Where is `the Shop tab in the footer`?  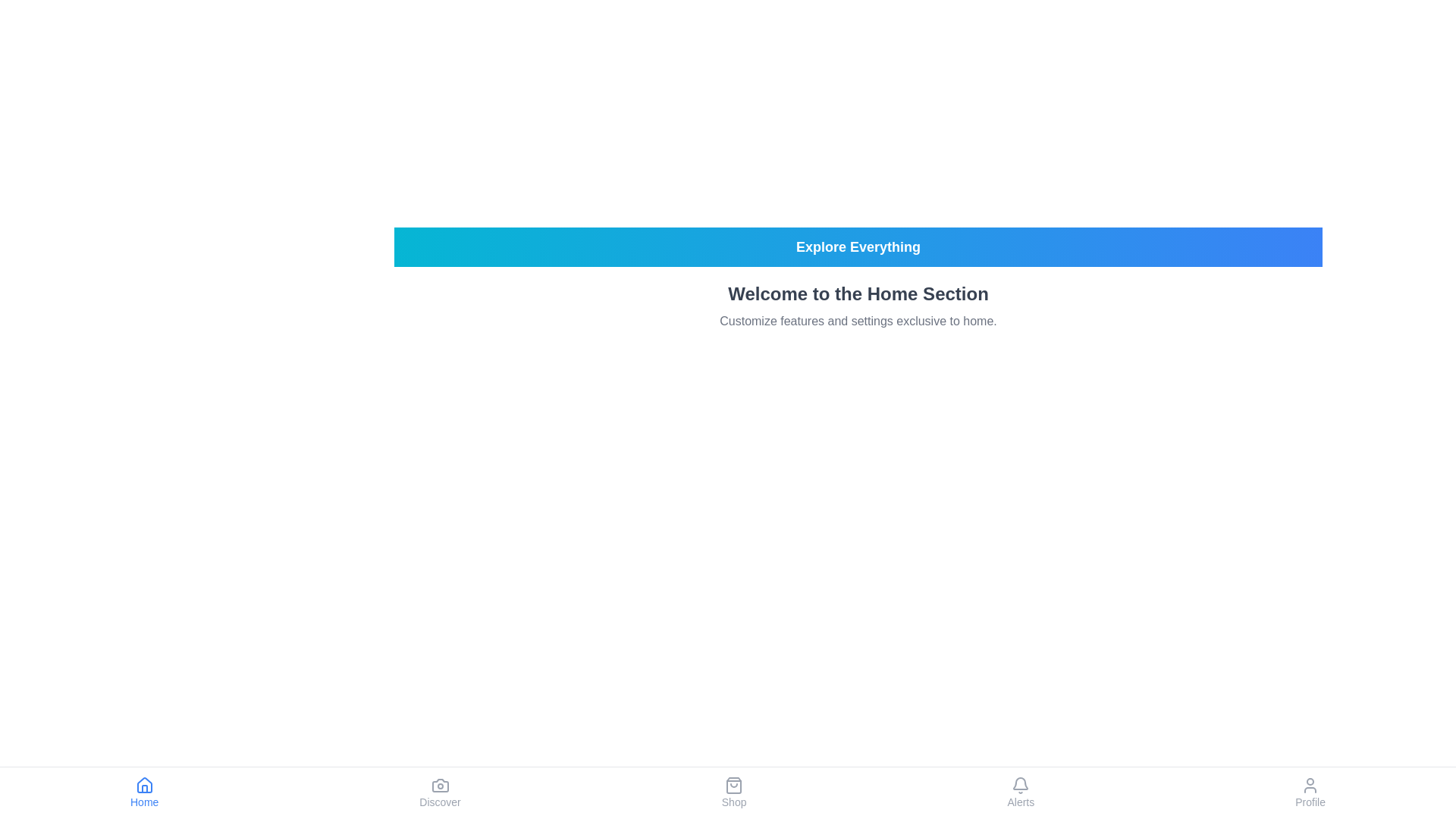 the Shop tab in the footer is located at coordinates (734, 792).